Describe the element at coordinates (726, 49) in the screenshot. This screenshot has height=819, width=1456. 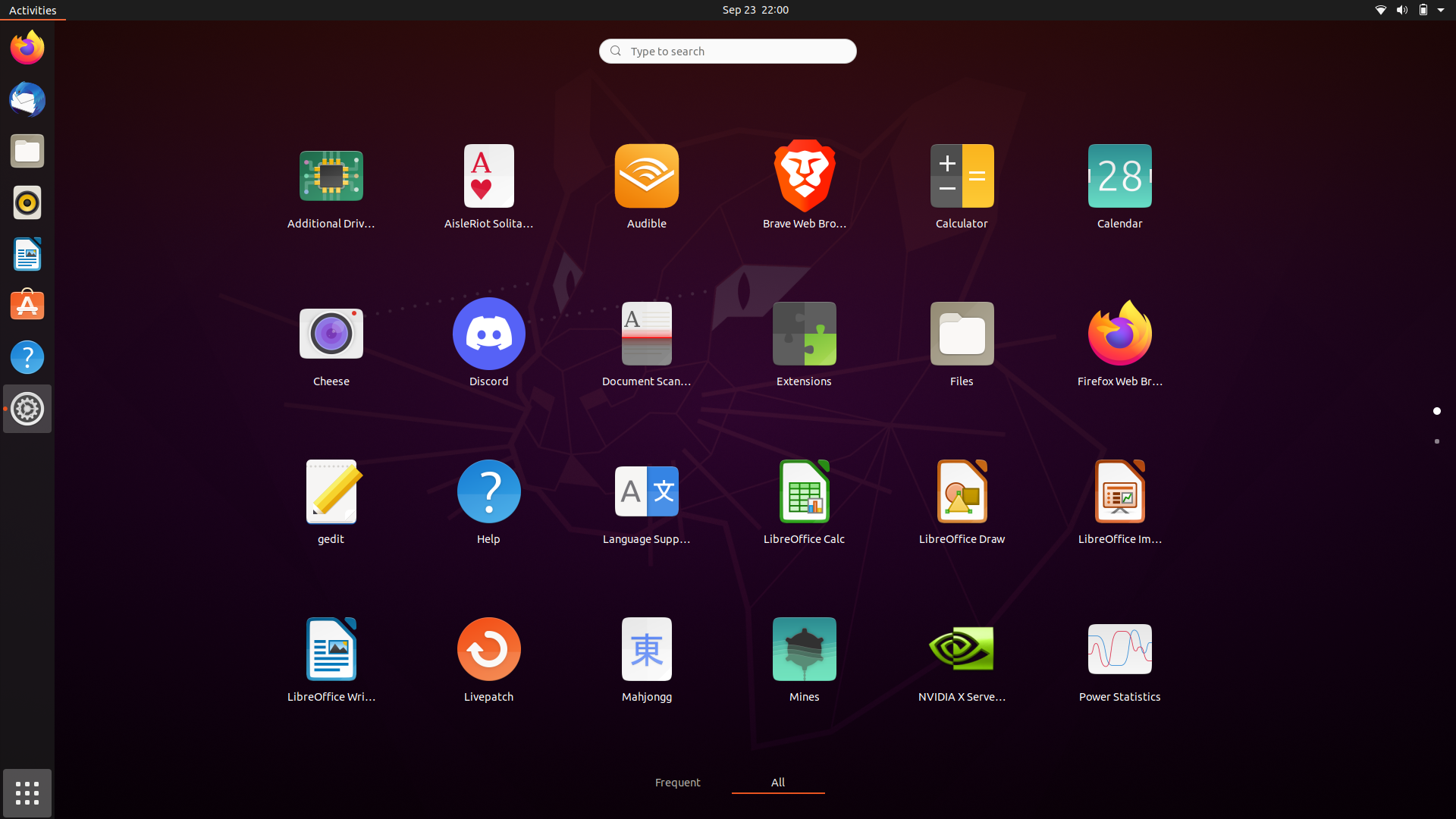
I see `search for "Movies` at that location.